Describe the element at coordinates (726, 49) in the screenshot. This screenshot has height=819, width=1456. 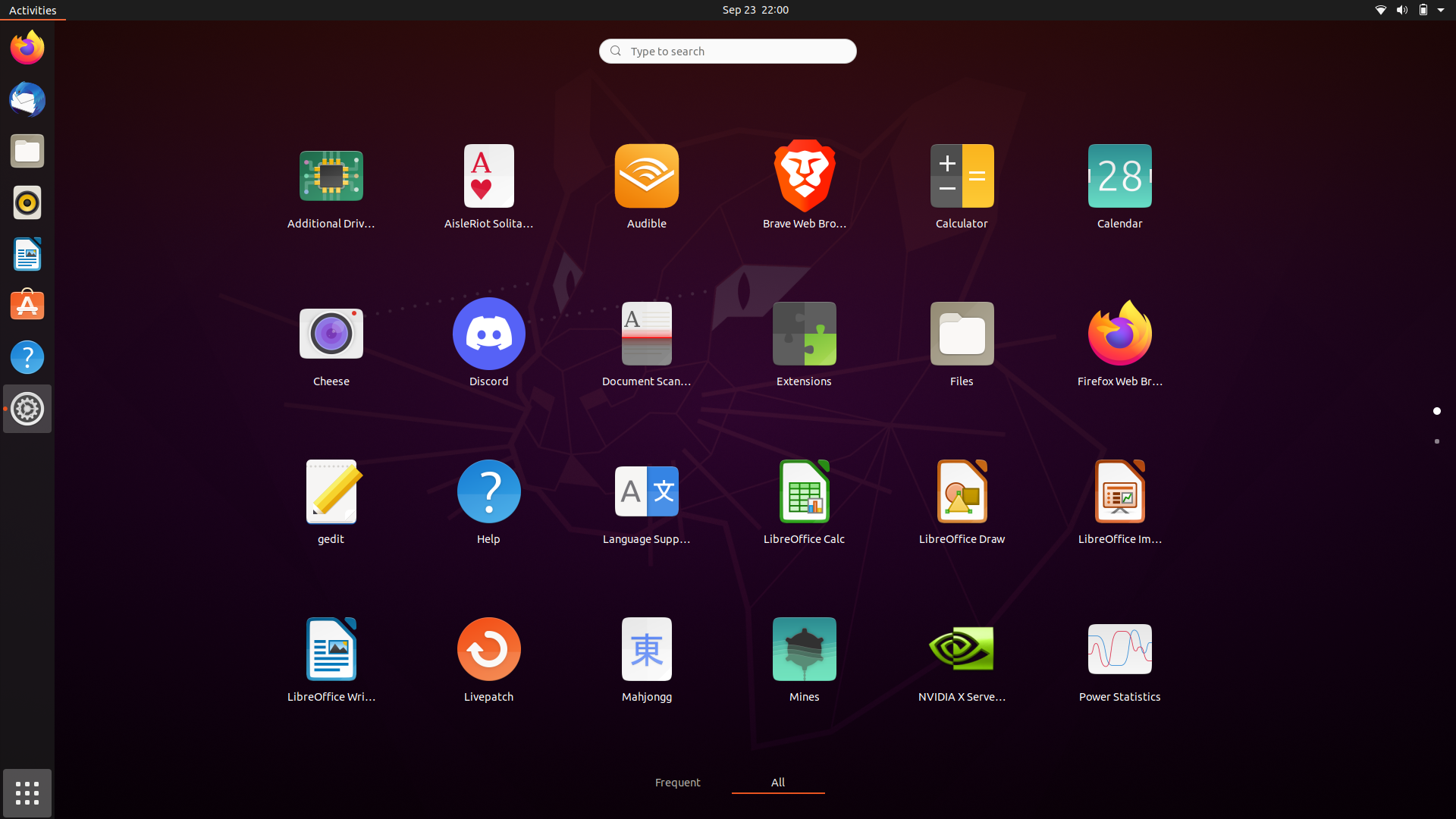
I see `search for "Movies` at that location.